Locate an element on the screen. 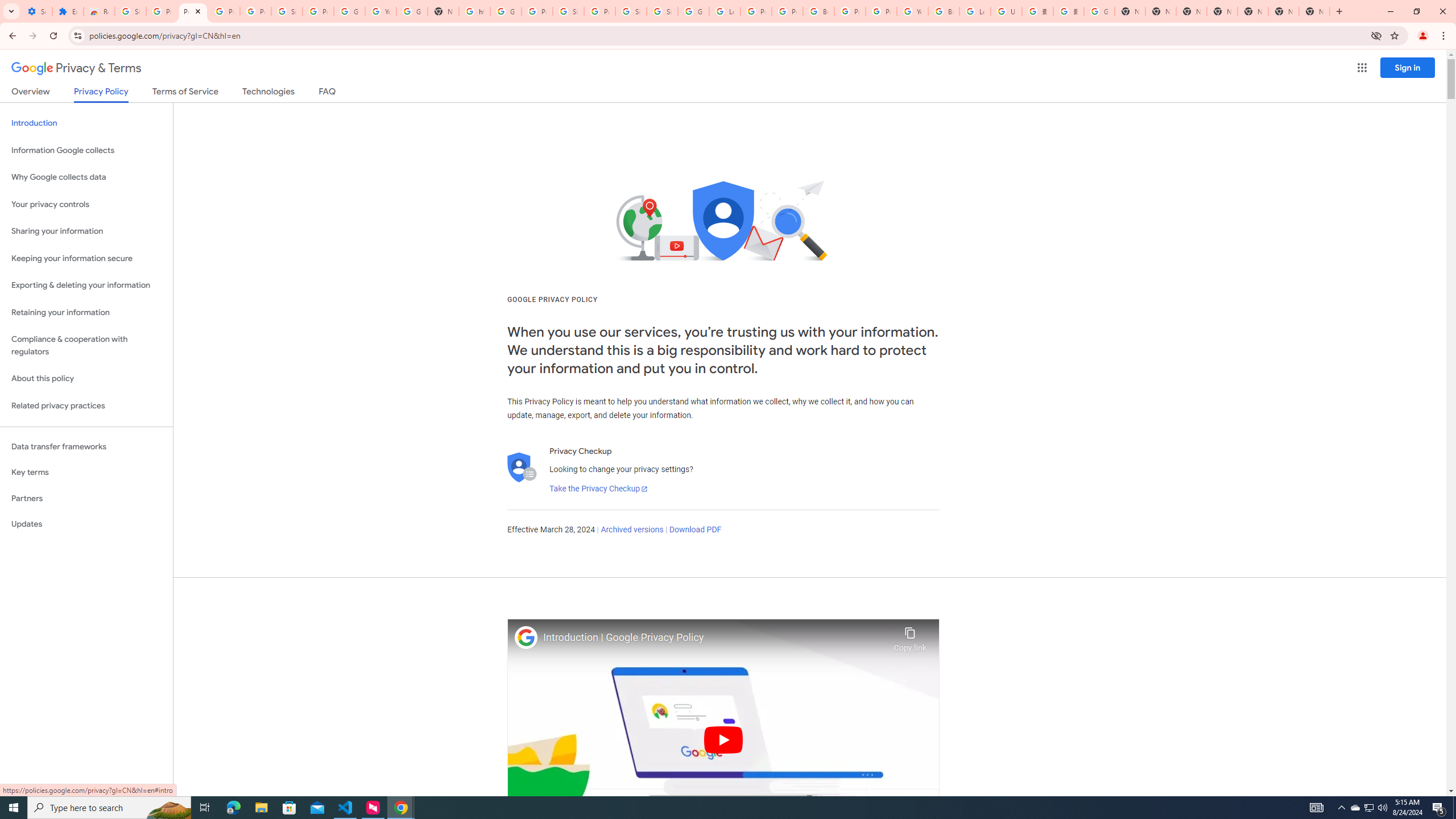 The width and height of the screenshot is (1456, 819). 'Take the Privacy Checkup' is located at coordinates (598, 488).